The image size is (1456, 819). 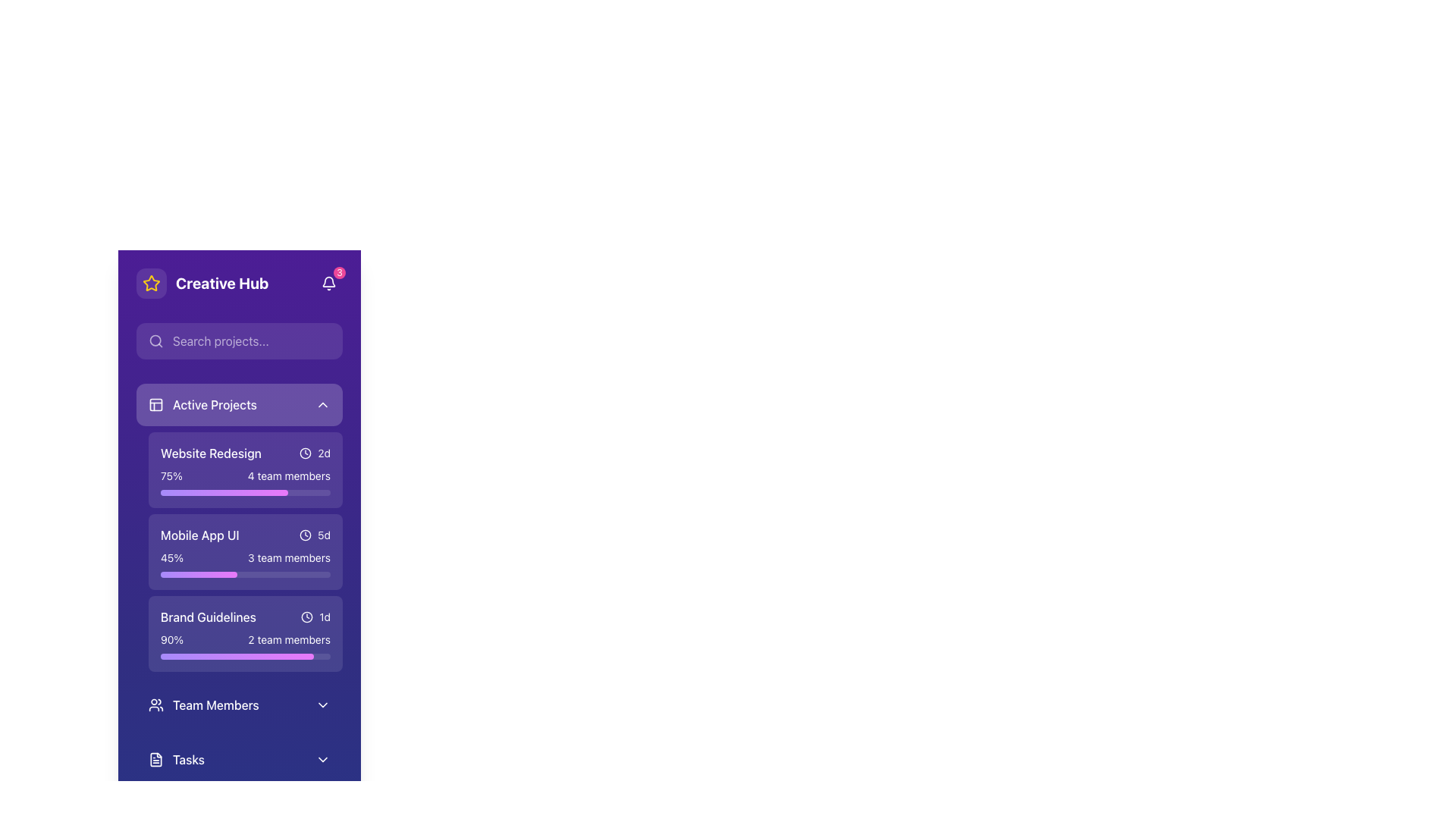 I want to click on the label displaying '3 team members', which is styled in white on a purple background and is part of the card labeled 'Mobile App UI' under 'Active Projects', so click(x=289, y=558).